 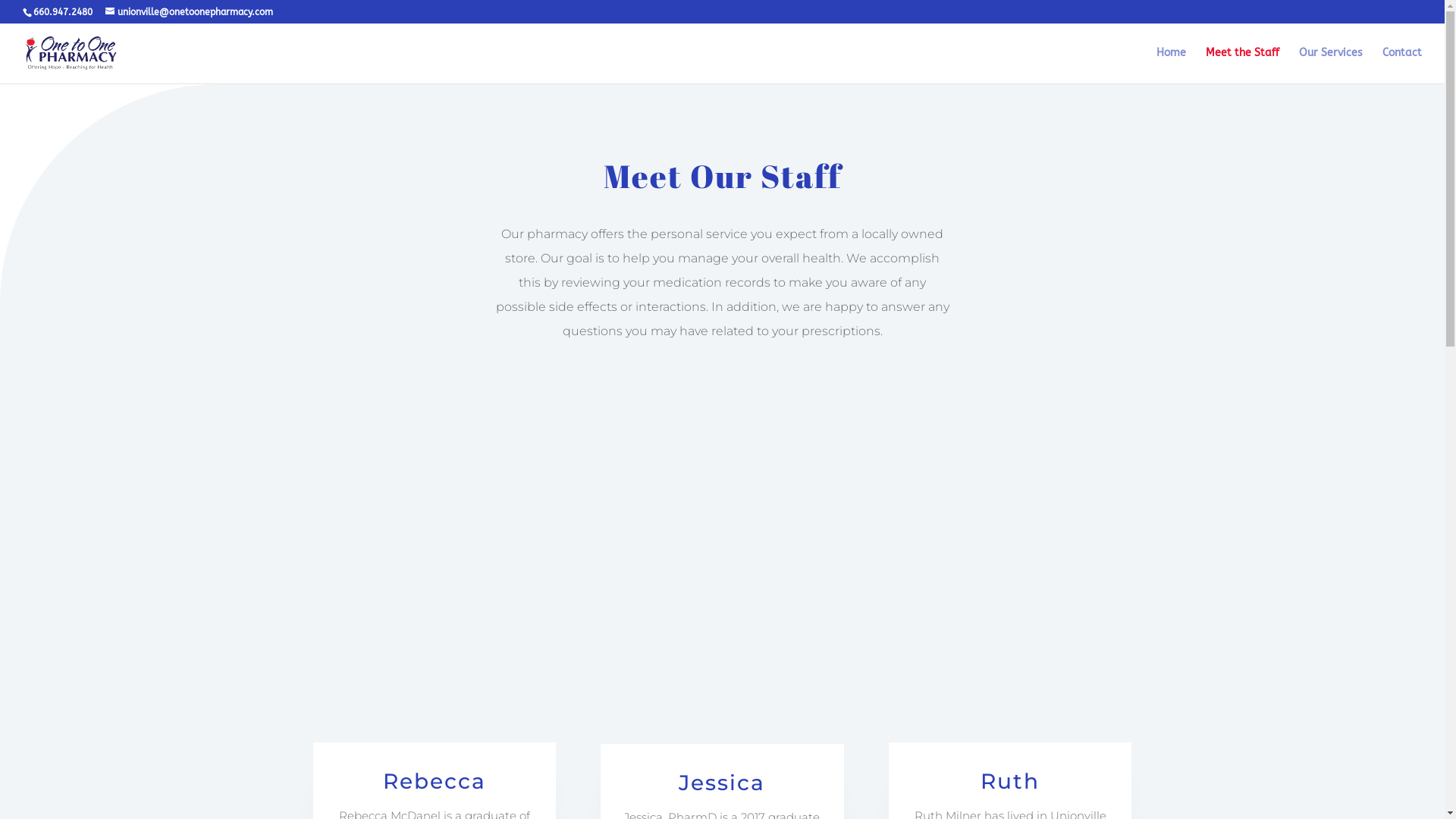 What do you see at coordinates (1242, 64) in the screenshot?
I see `'Meet the Staff'` at bounding box center [1242, 64].